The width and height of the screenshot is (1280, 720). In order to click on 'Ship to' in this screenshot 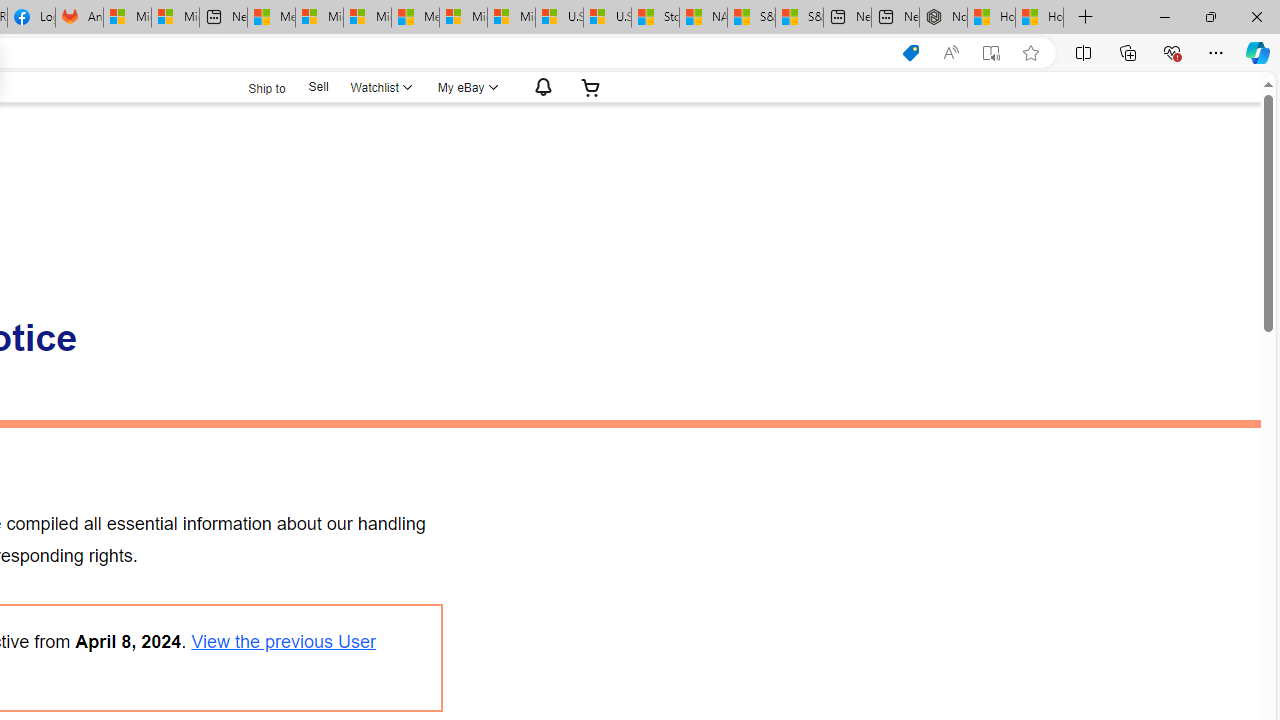, I will do `click(253, 85)`.